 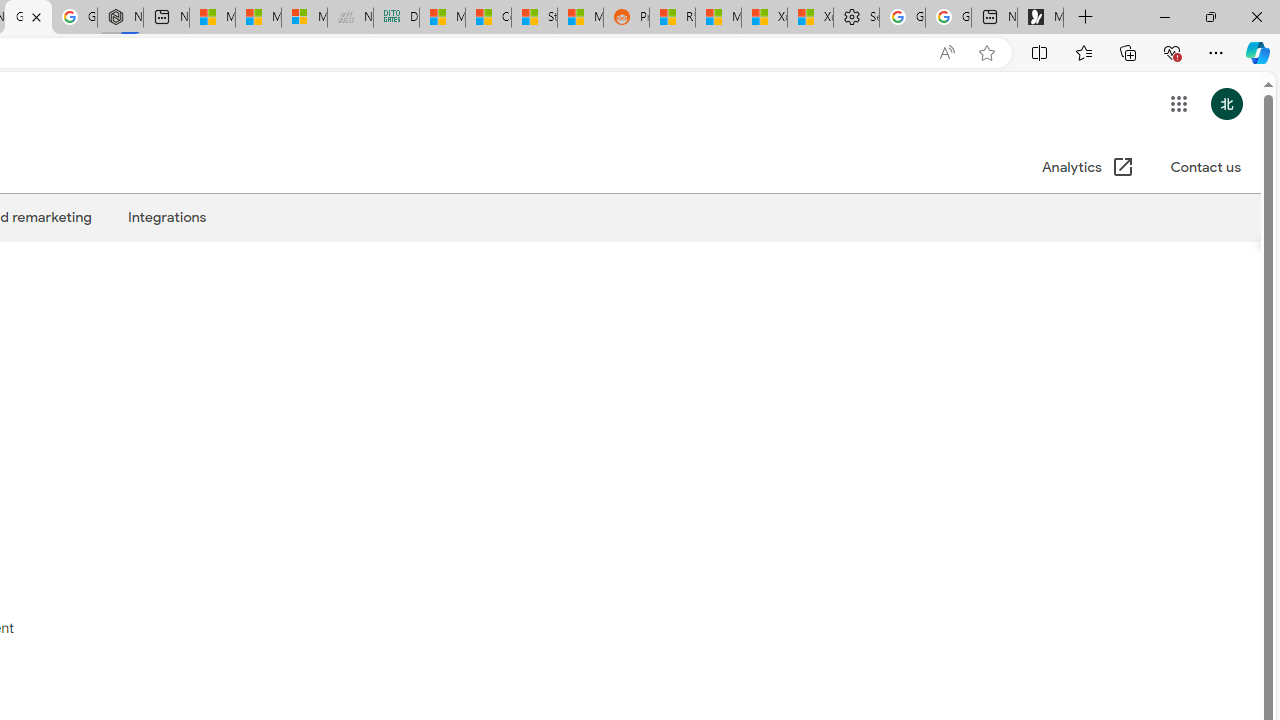 I want to click on 'Class: gb_E', so click(x=1178, y=104).